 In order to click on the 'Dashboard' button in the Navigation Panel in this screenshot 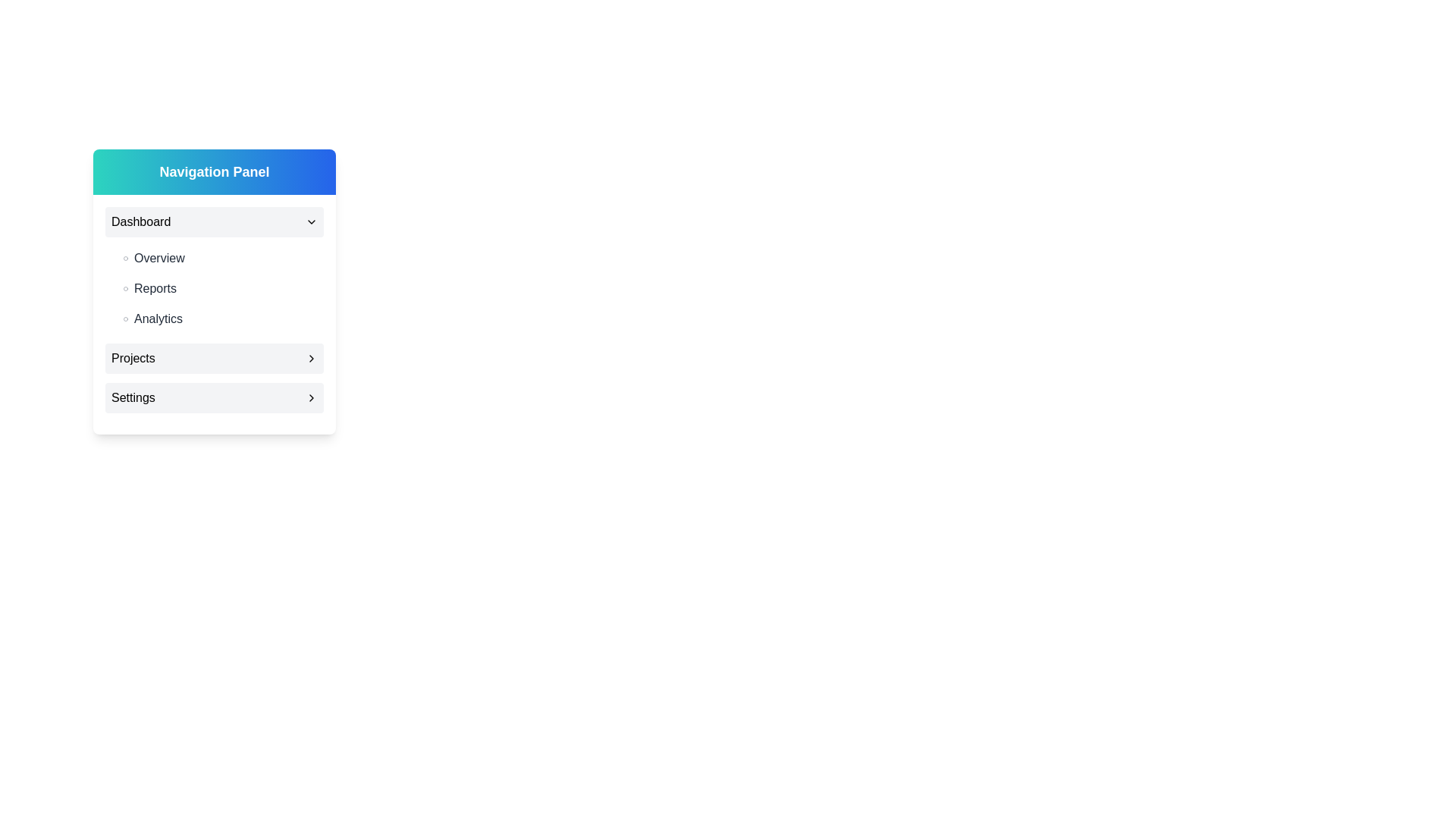, I will do `click(214, 222)`.